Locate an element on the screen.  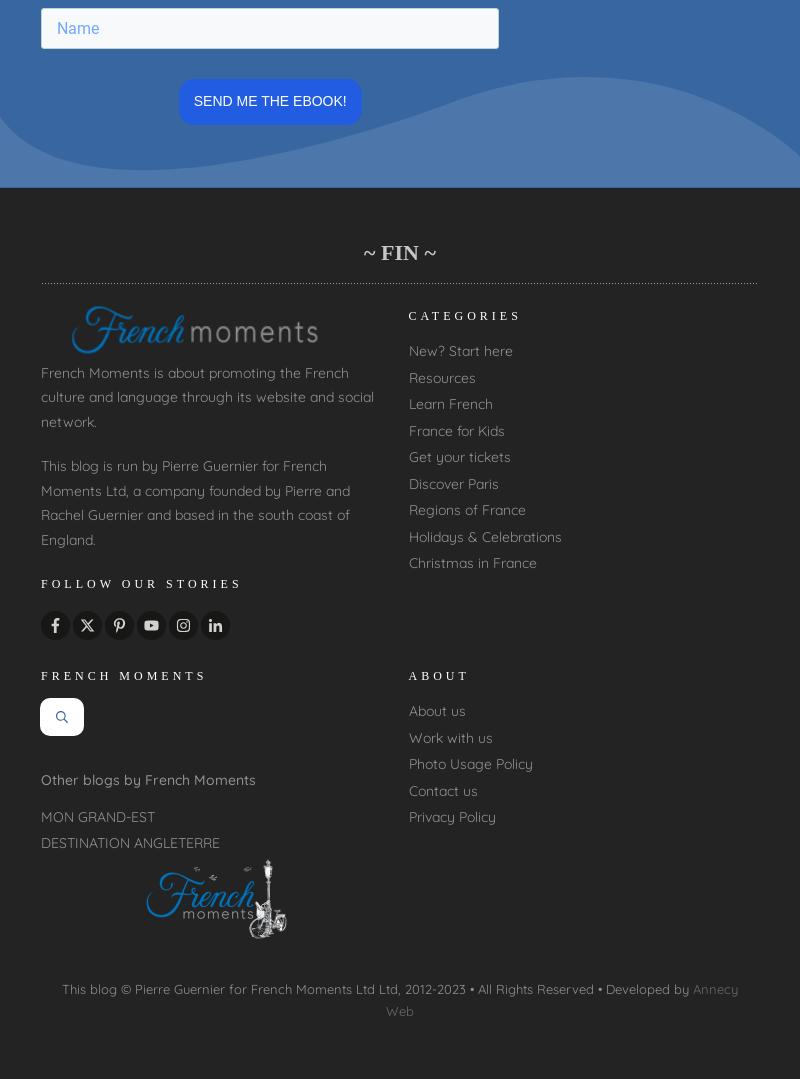
'CATEGORIES' is located at coordinates (463, 315).